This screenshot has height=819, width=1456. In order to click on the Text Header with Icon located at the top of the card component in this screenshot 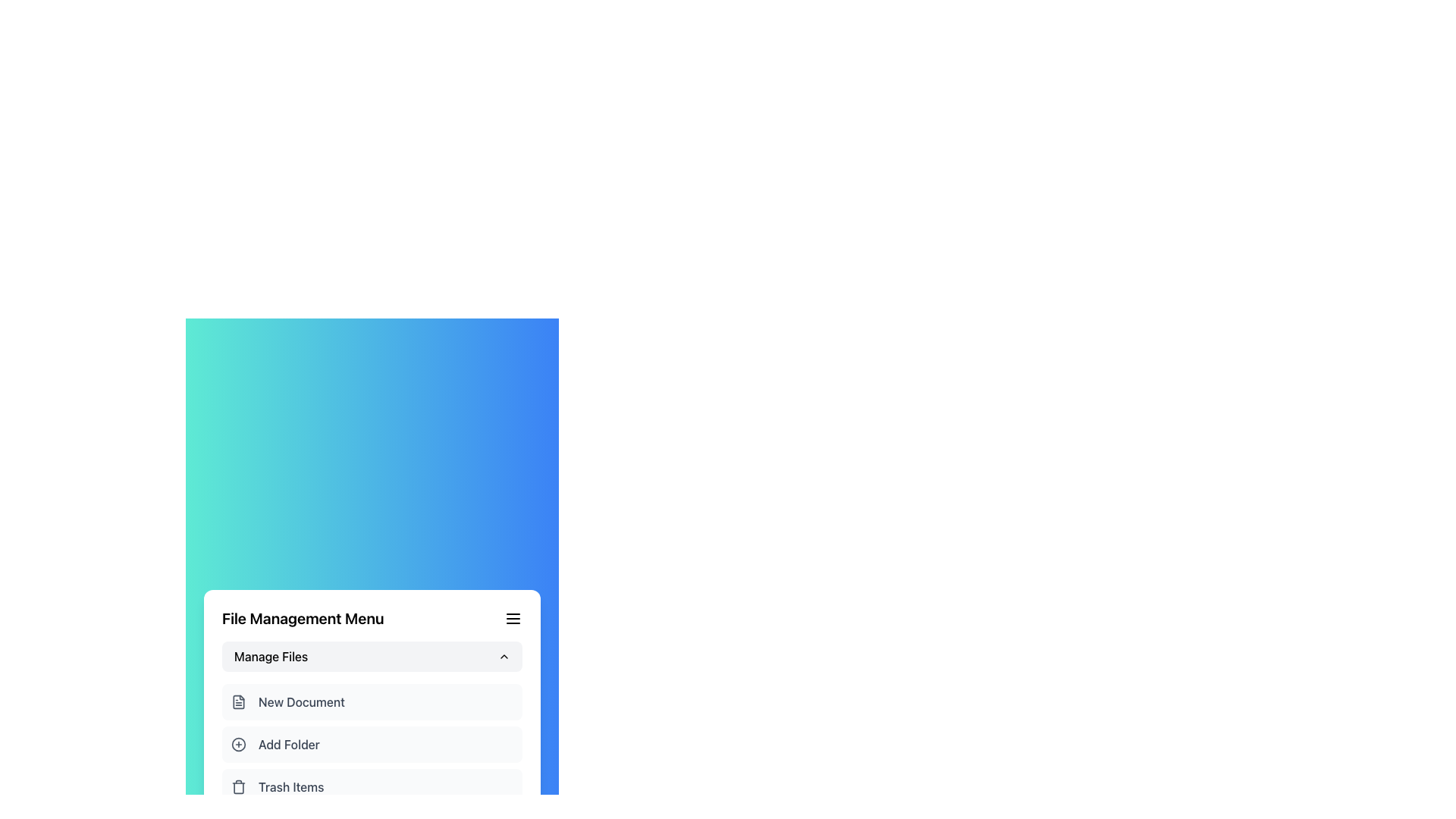, I will do `click(372, 619)`.